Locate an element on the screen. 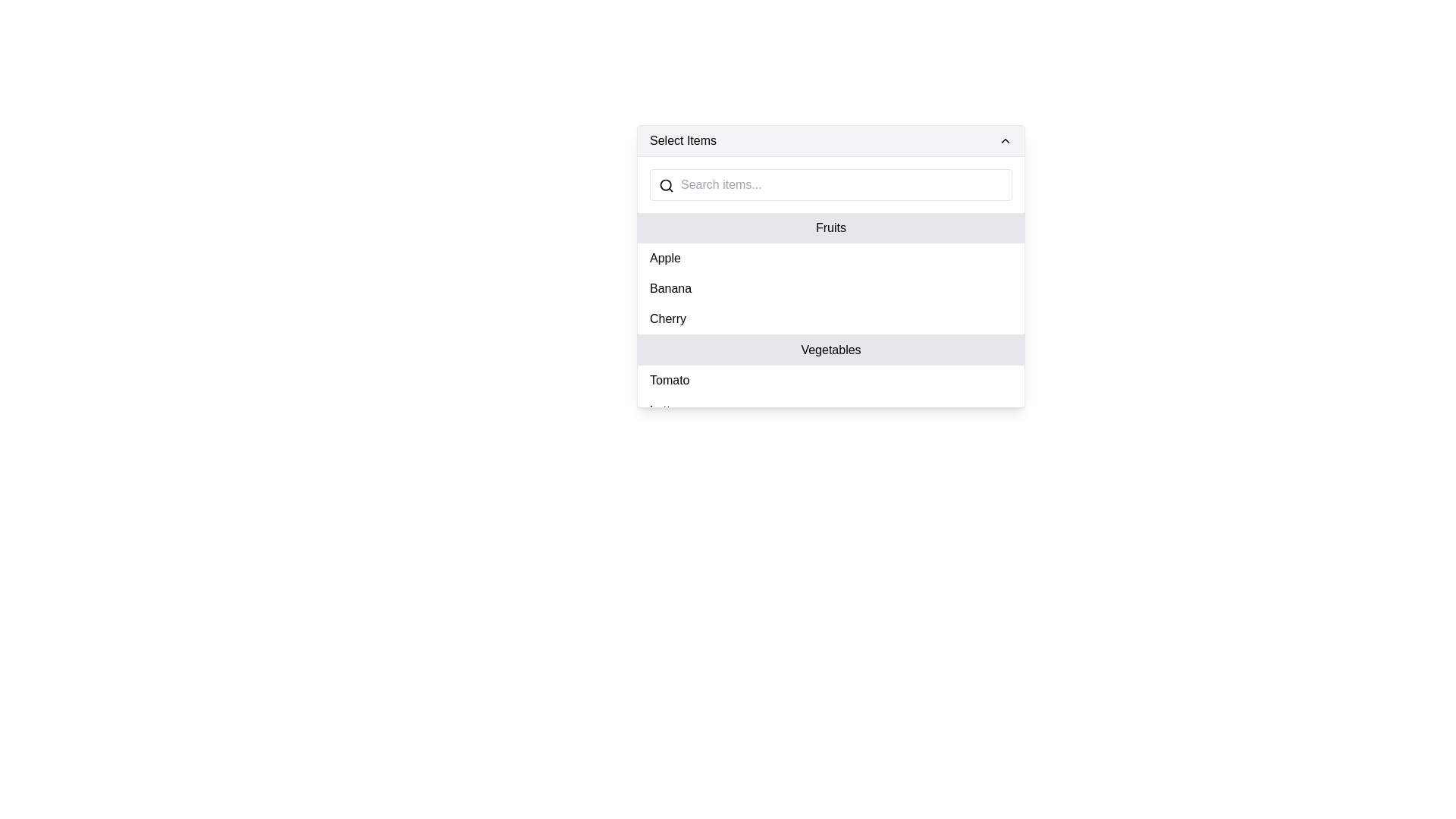 Image resolution: width=1456 pixels, height=819 pixels. the list item labeled 'Banana' by performing a left click on it is located at coordinates (830, 289).